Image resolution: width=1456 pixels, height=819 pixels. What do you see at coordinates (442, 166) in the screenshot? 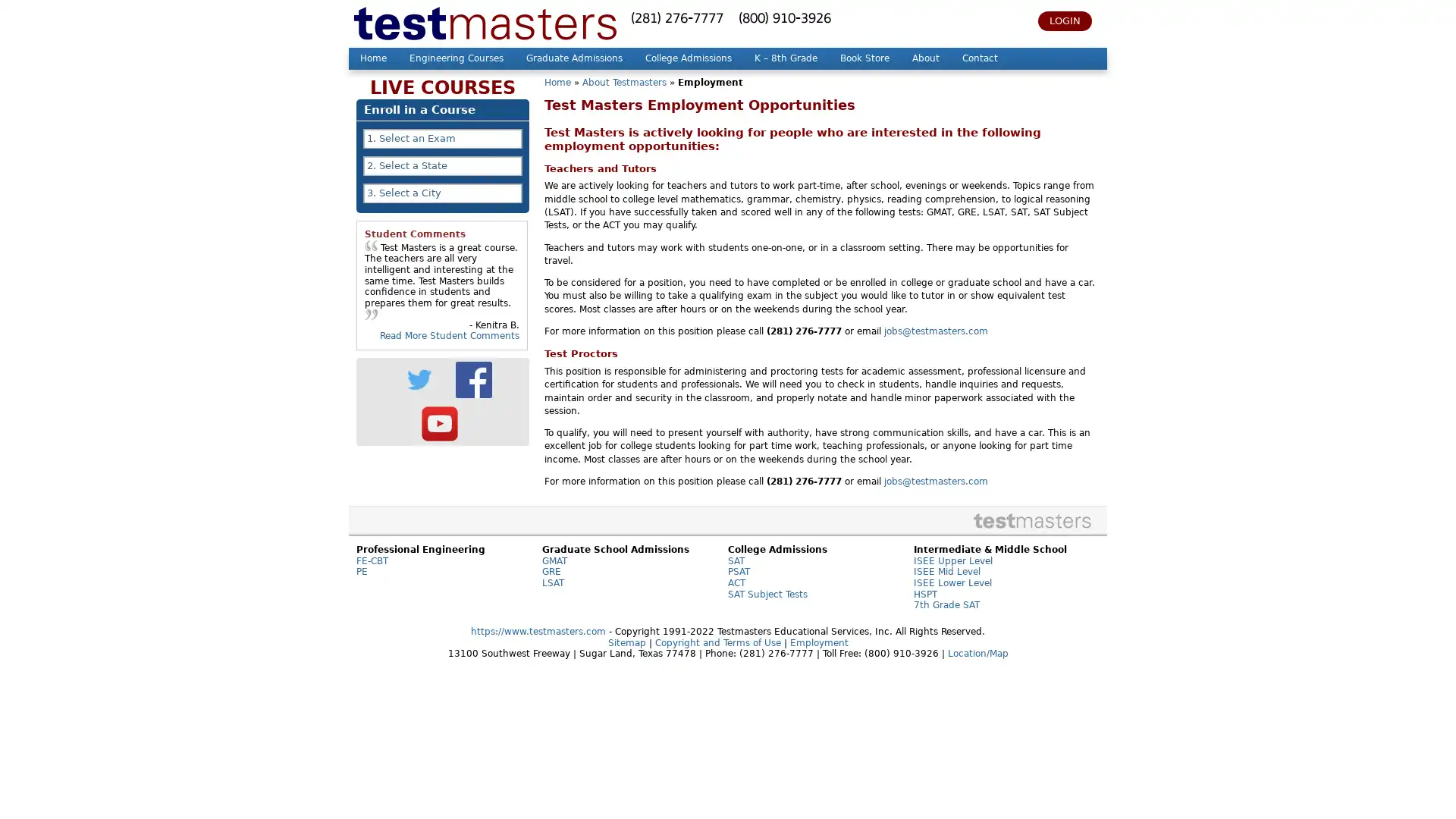
I see `2. Select a State` at bounding box center [442, 166].